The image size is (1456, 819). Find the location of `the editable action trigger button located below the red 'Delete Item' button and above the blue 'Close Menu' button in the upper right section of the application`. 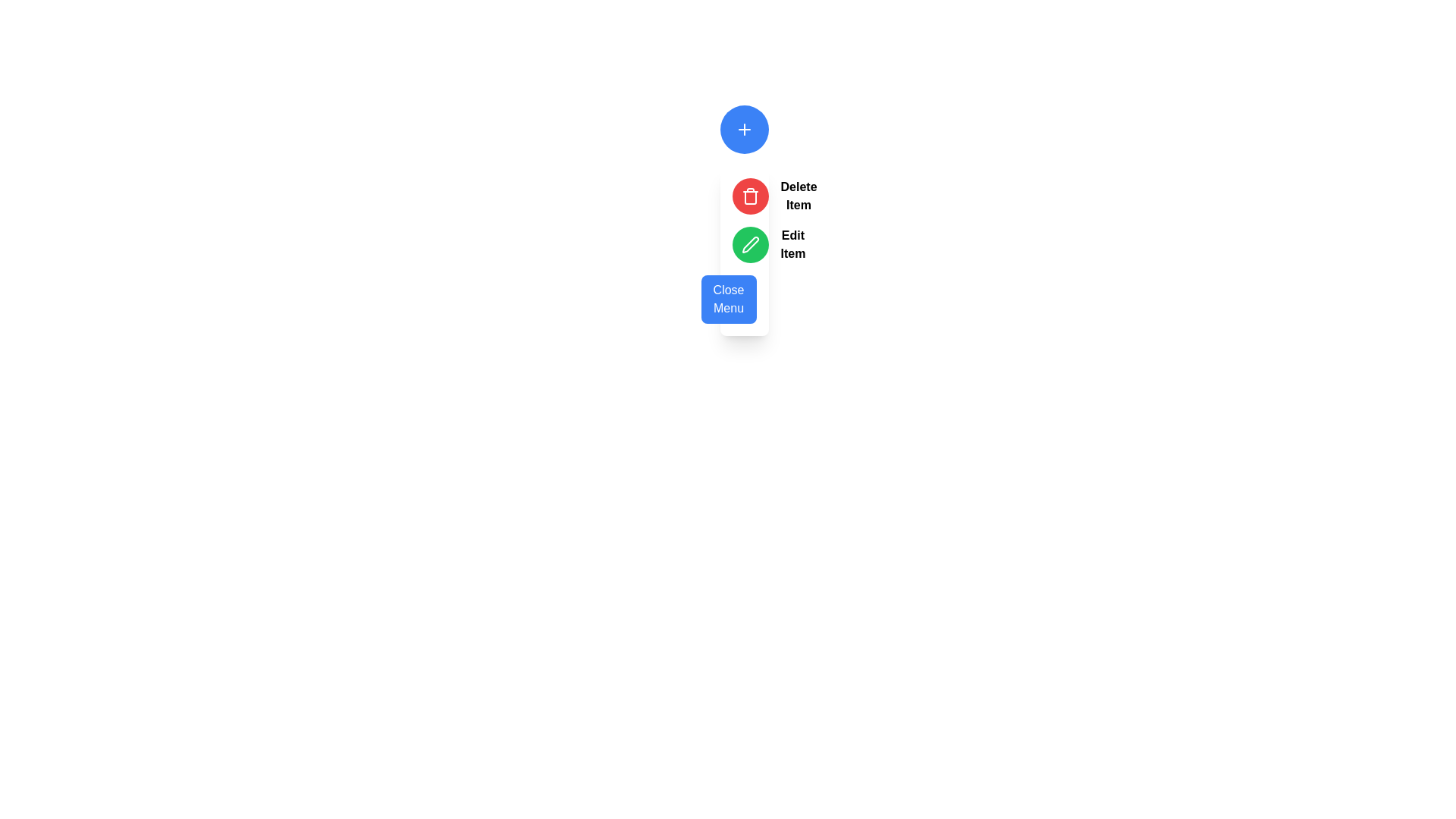

the editable action trigger button located below the red 'Delete Item' button and above the blue 'Close Menu' button in the upper right section of the application is located at coordinates (744, 244).